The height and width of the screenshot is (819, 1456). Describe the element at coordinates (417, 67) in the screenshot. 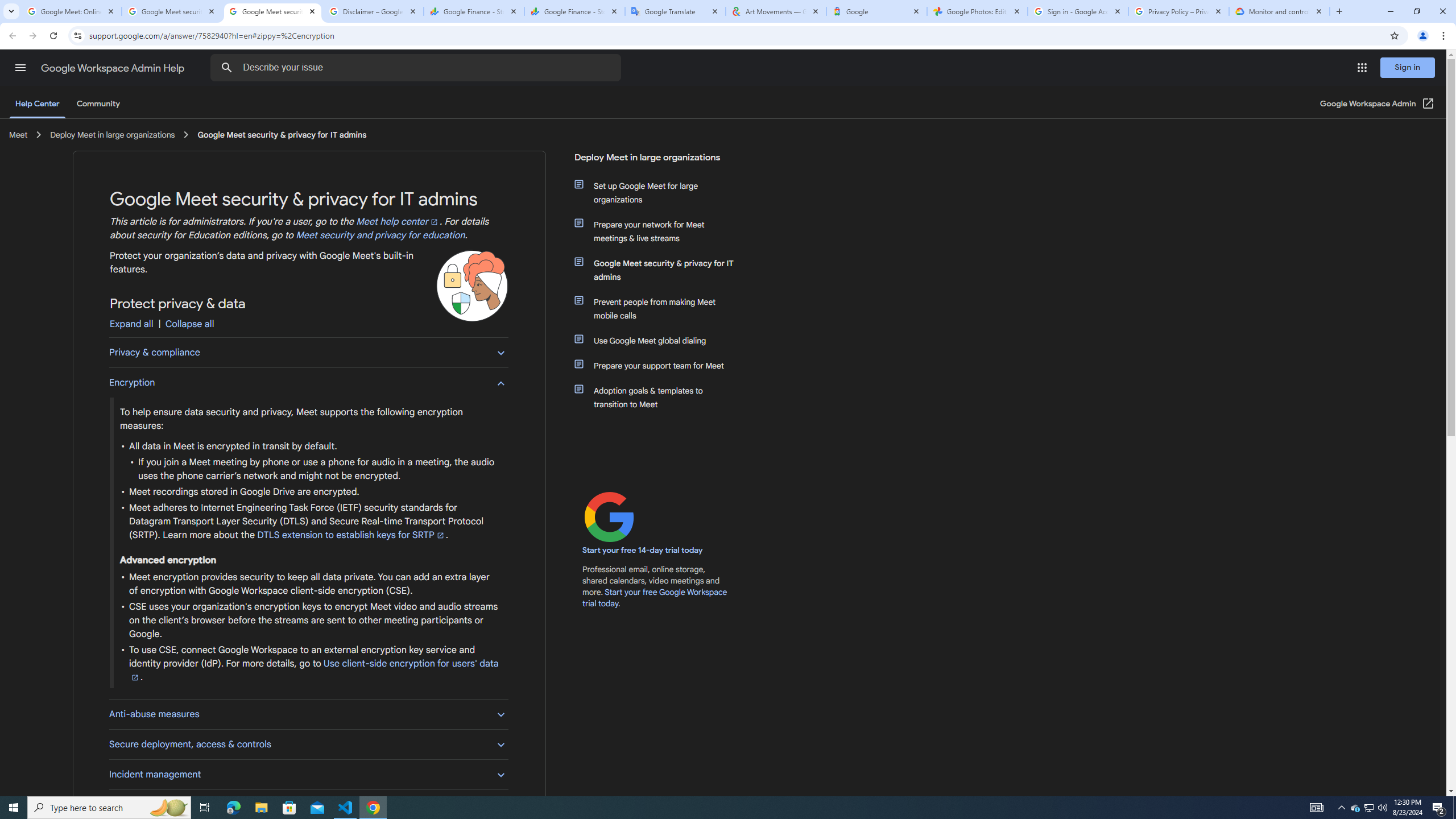

I see `'Describe your issue'` at that location.